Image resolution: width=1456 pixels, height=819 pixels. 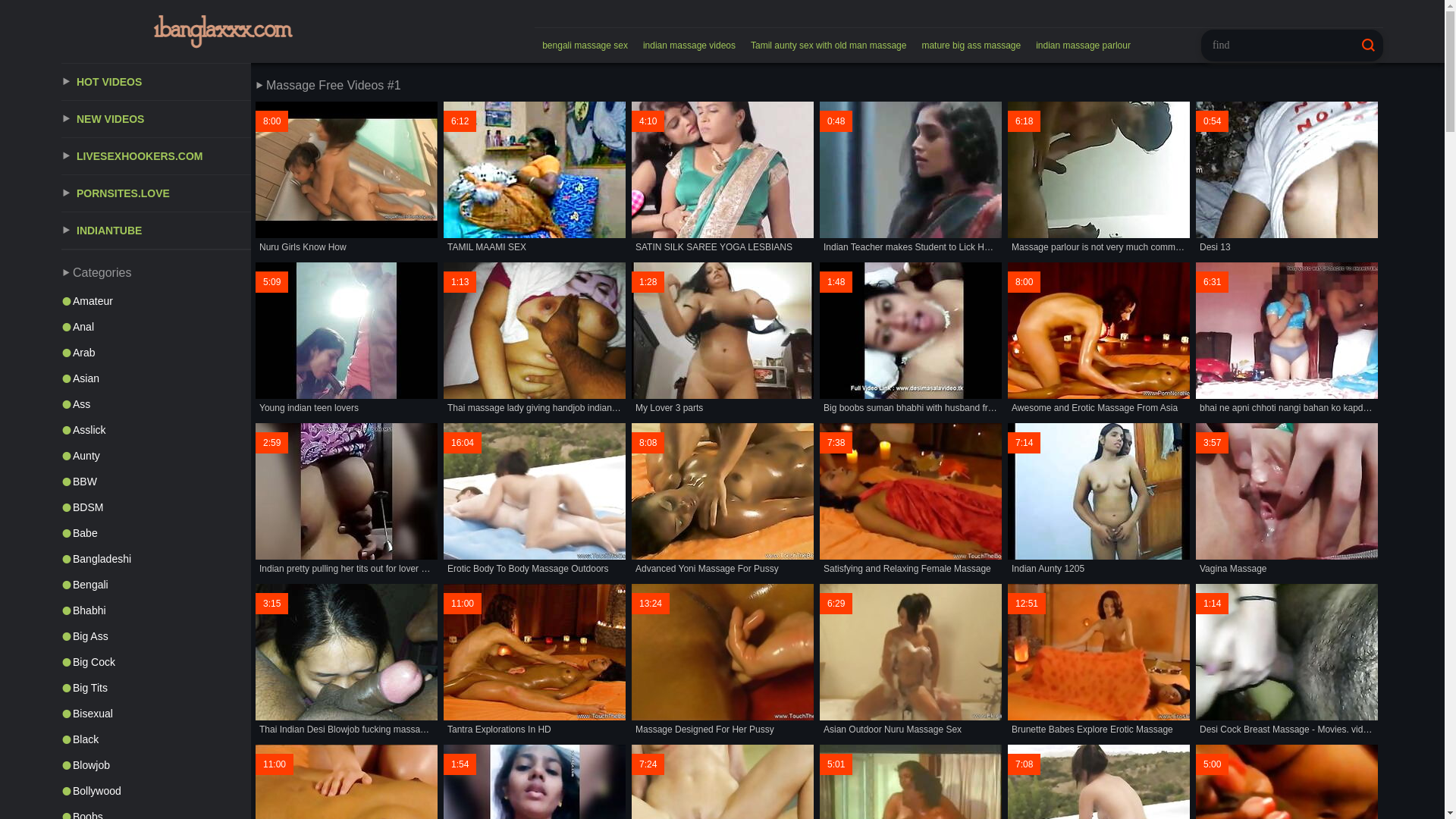 What do you see at coordinates (156, 584) in the screenshot?
I see `'Bengali'` at bounding box center [156, 584].